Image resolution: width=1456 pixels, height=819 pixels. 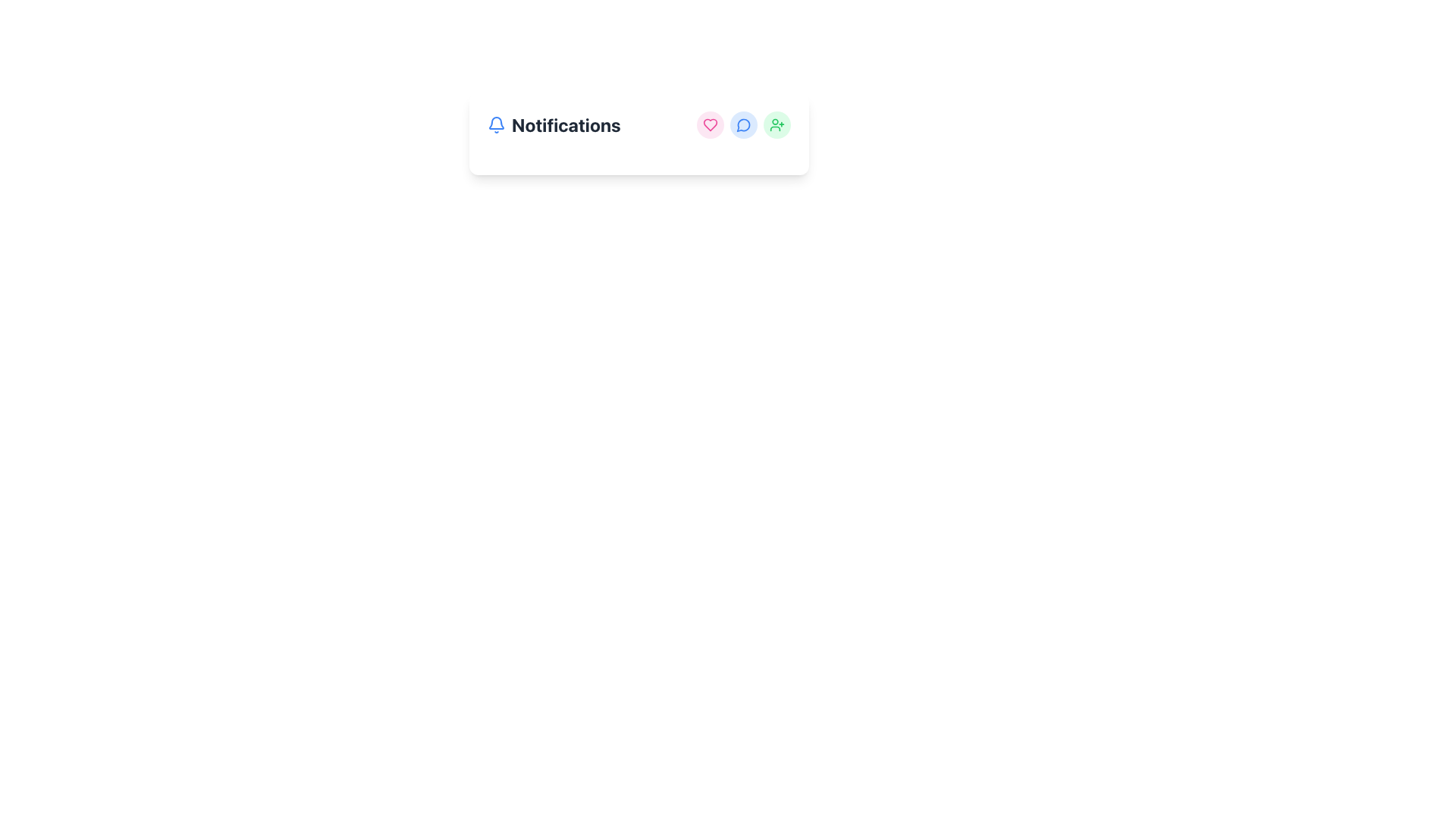 I want to click on the circular green button with a user icon and '+' symbol at its center, so click(x=777, y=124).